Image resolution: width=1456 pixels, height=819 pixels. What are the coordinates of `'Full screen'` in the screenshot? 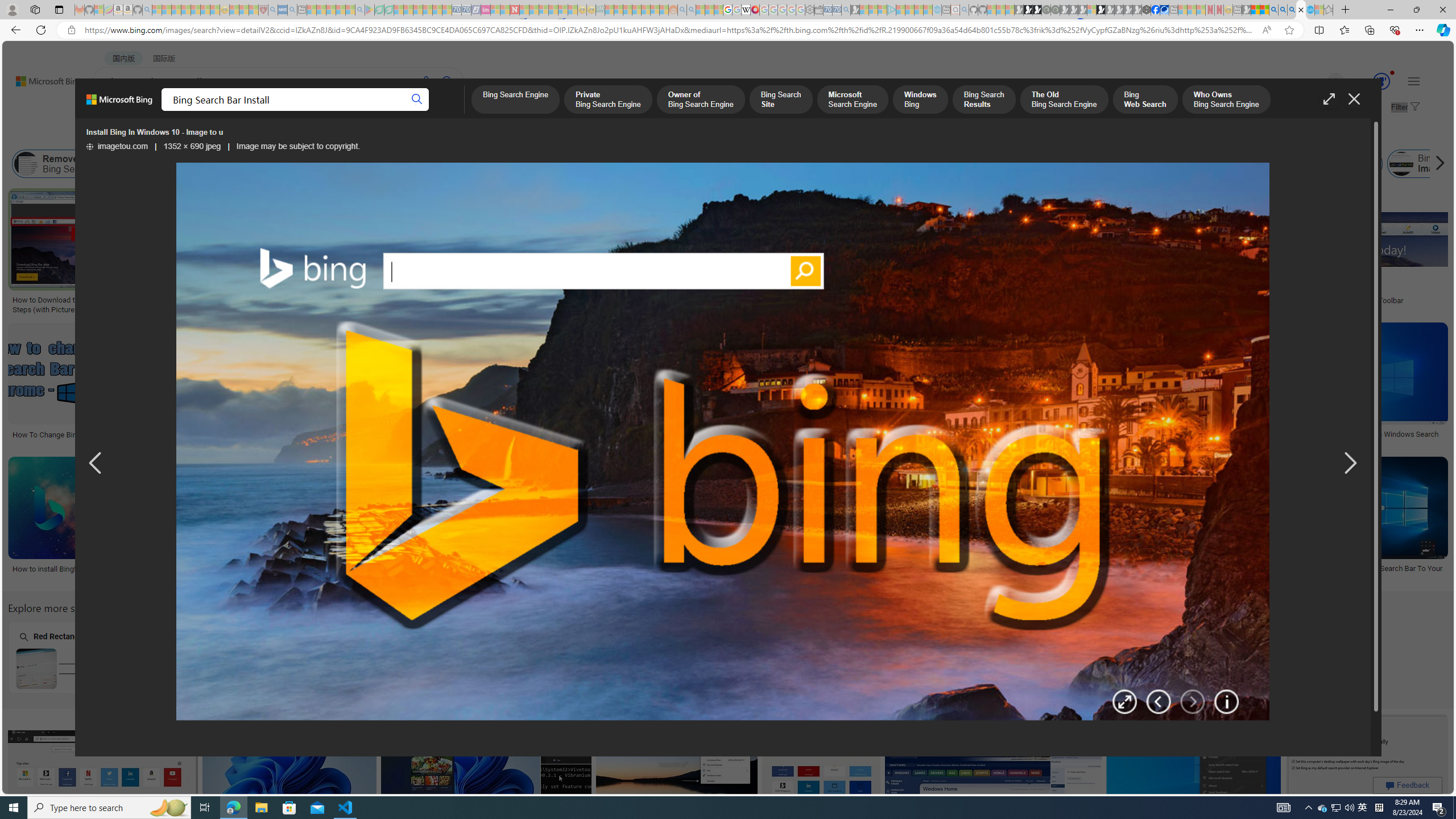 It's located at (1328, 98).